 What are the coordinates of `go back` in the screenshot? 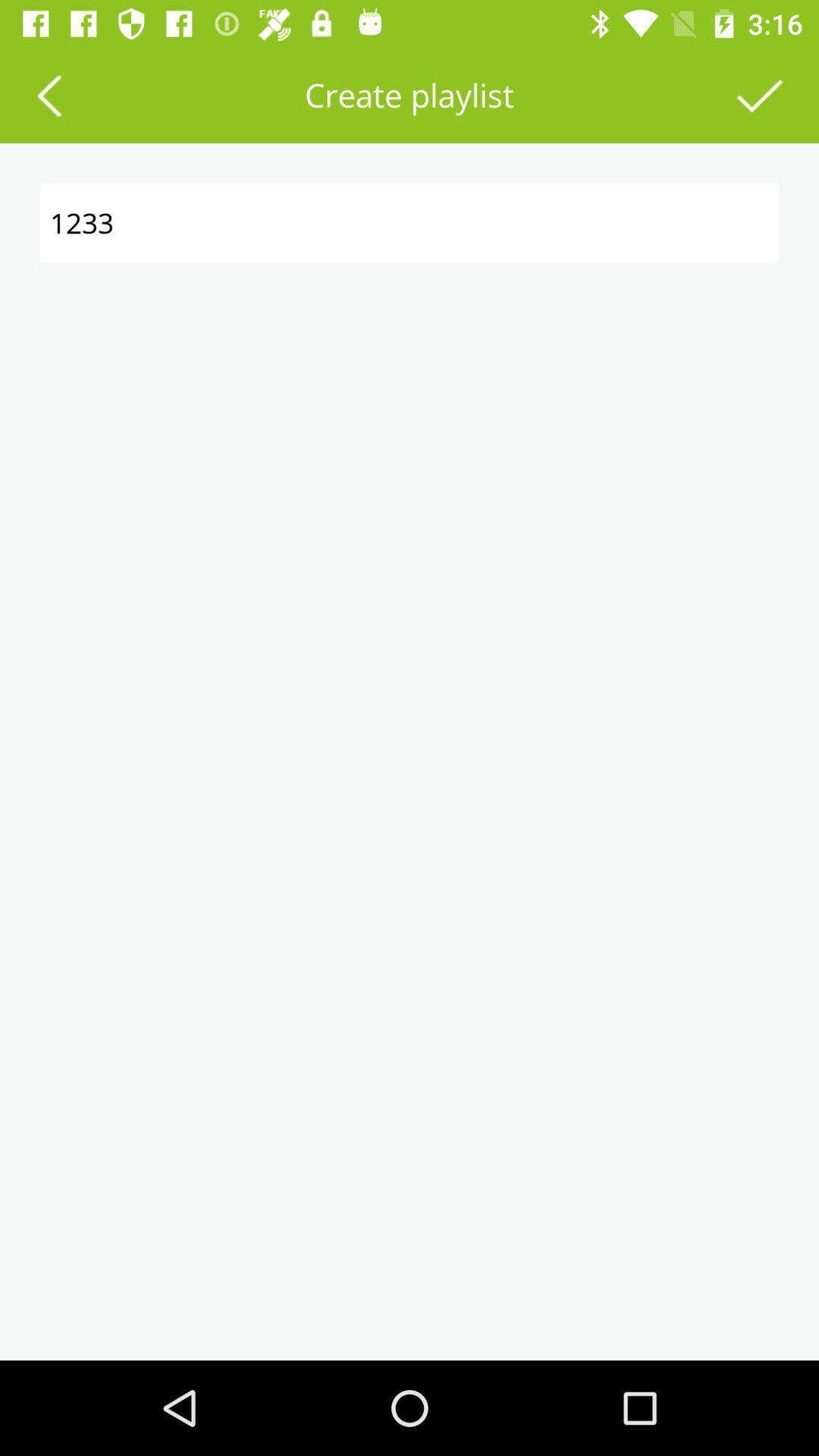 It's located at (48, 94).